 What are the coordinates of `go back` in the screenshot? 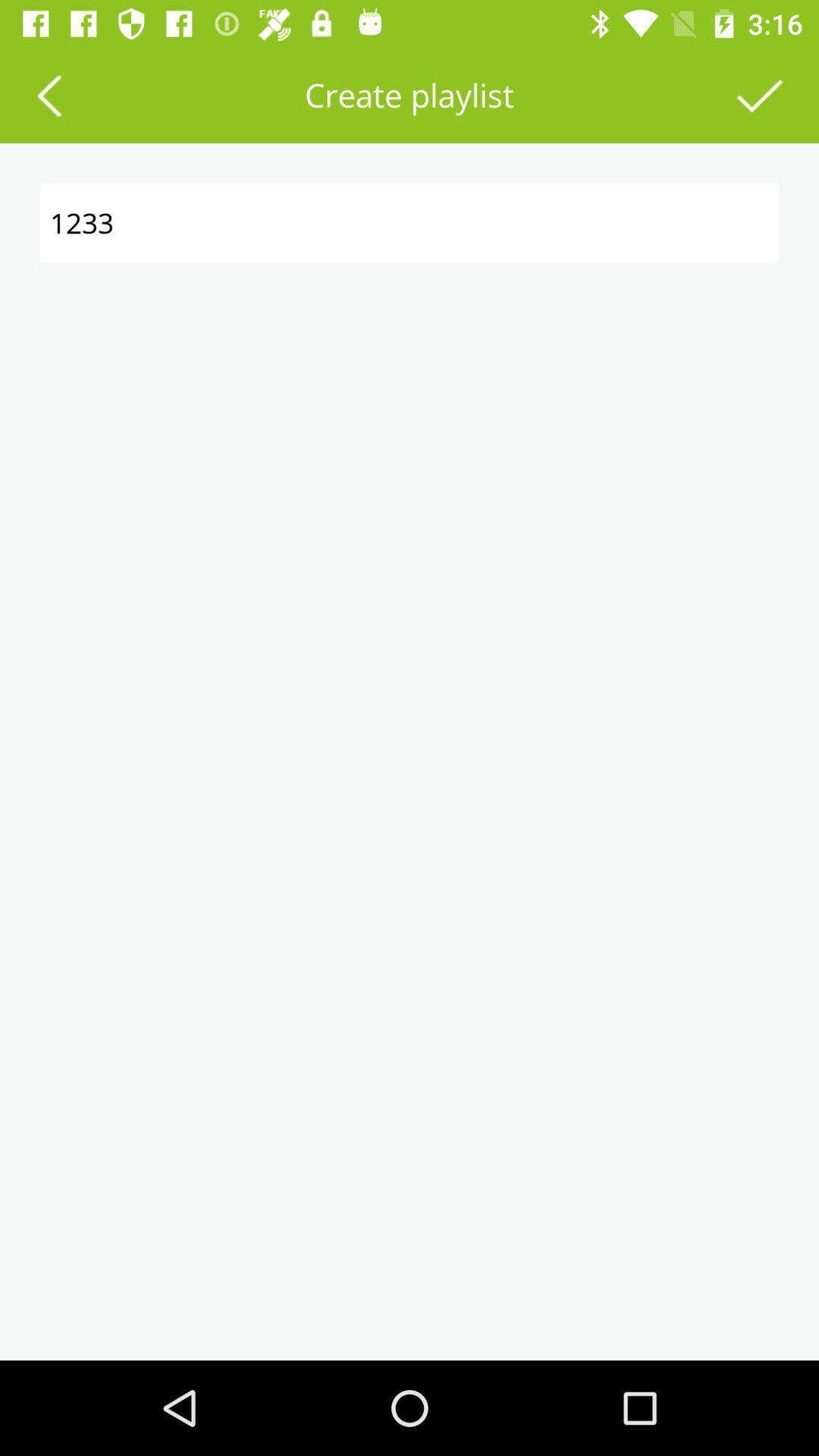 It's located at (48, 94).